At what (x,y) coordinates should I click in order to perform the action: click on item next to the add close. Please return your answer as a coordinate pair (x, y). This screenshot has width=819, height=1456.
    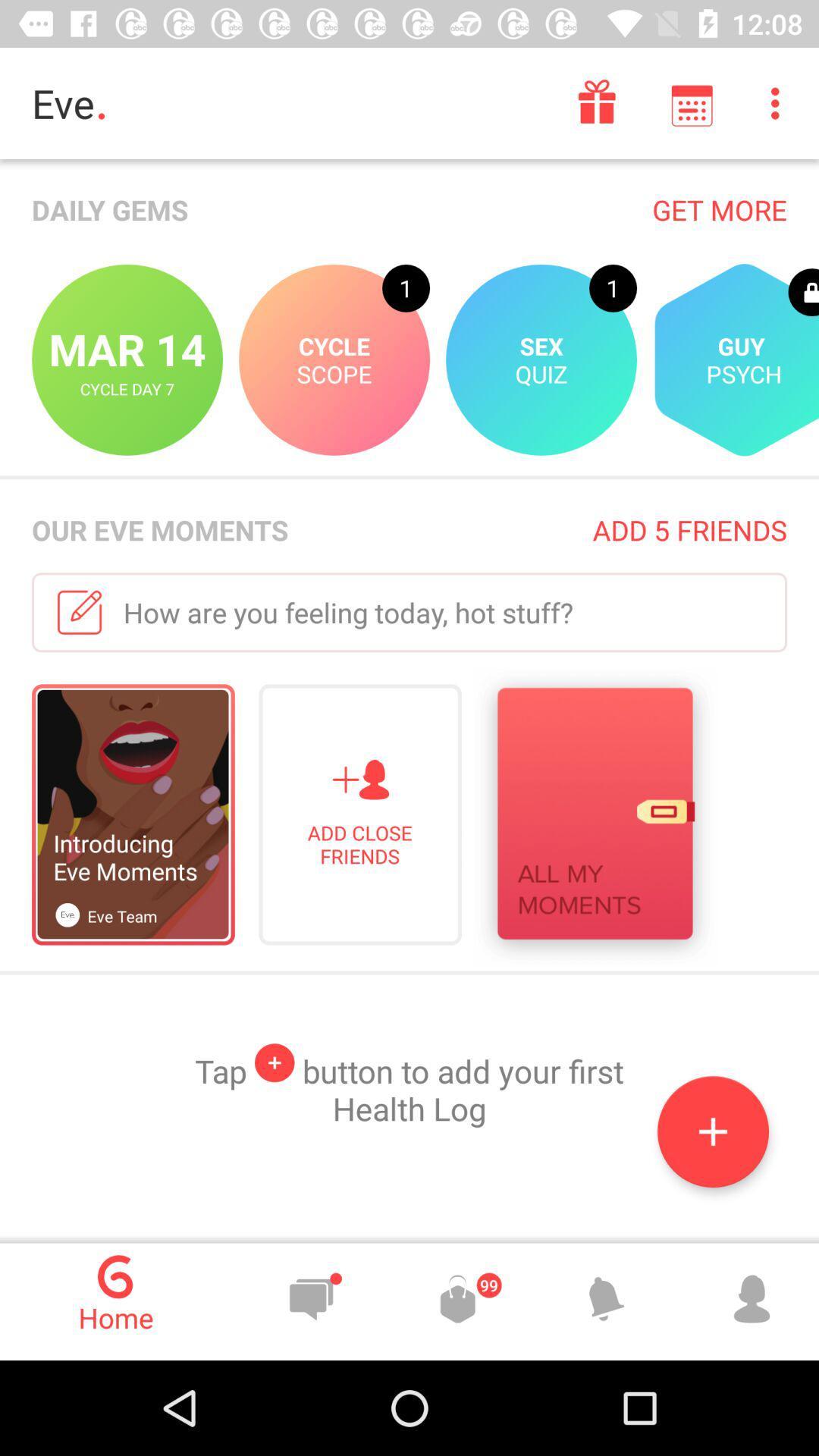
    Looking at the image, I should click on (594, 817).